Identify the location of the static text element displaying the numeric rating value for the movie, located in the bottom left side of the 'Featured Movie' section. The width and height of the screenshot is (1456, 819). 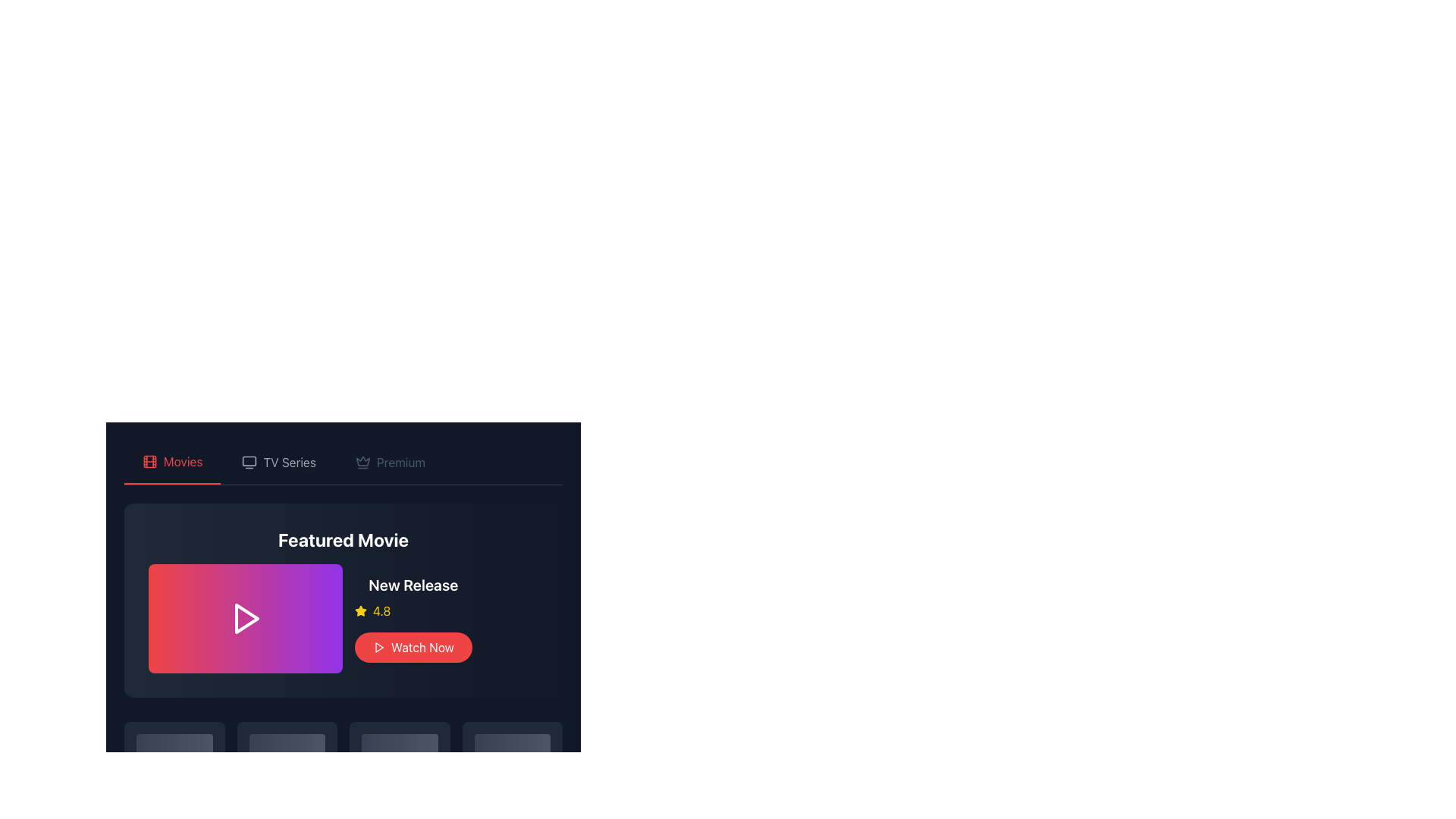
(381, 610).